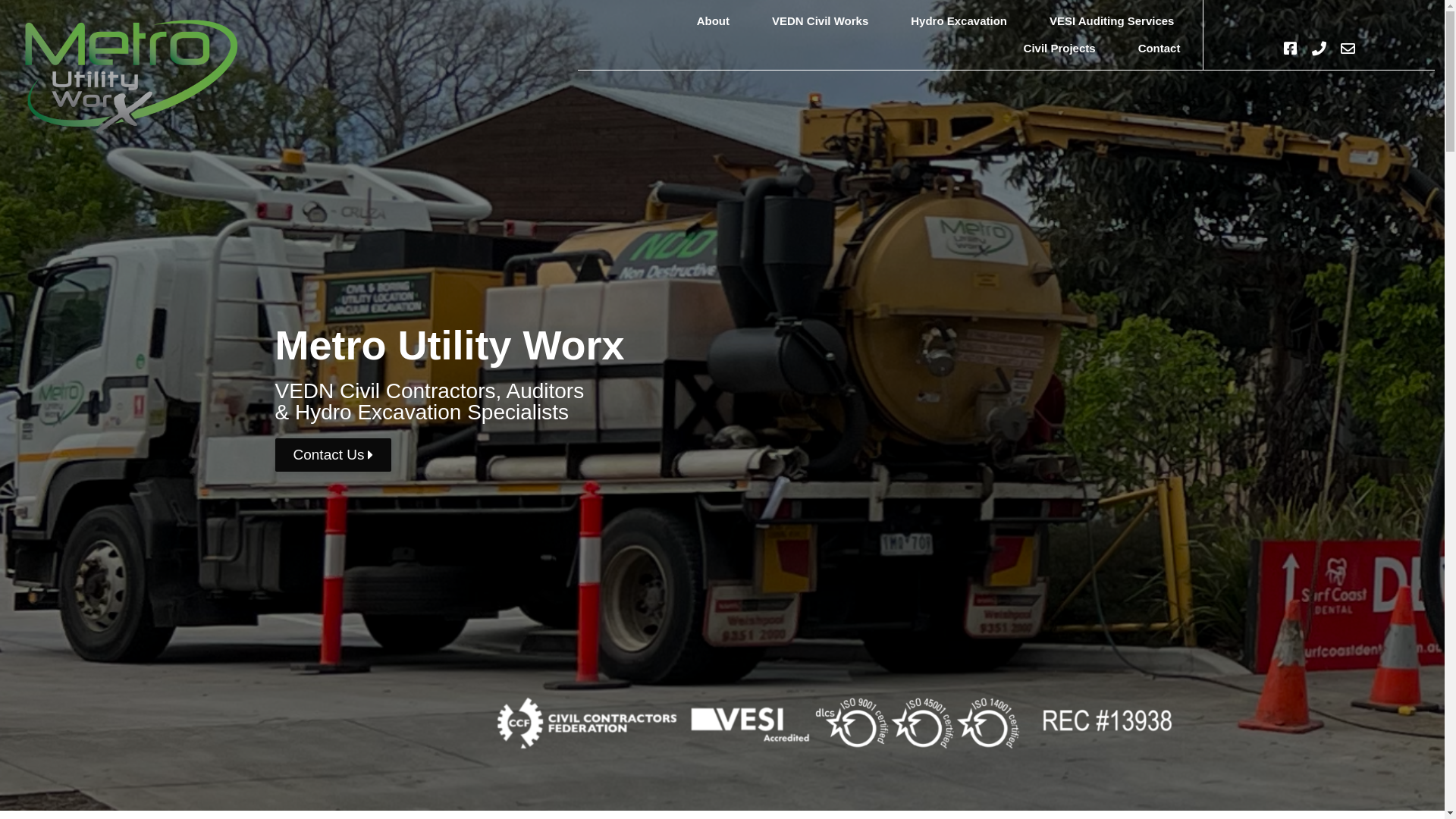 This screenshot has height=819, width=1456. What do you see at coordinates (331, 454) in the screenshot?
I see `'Contact Us'` at bounding box center [331, 454].